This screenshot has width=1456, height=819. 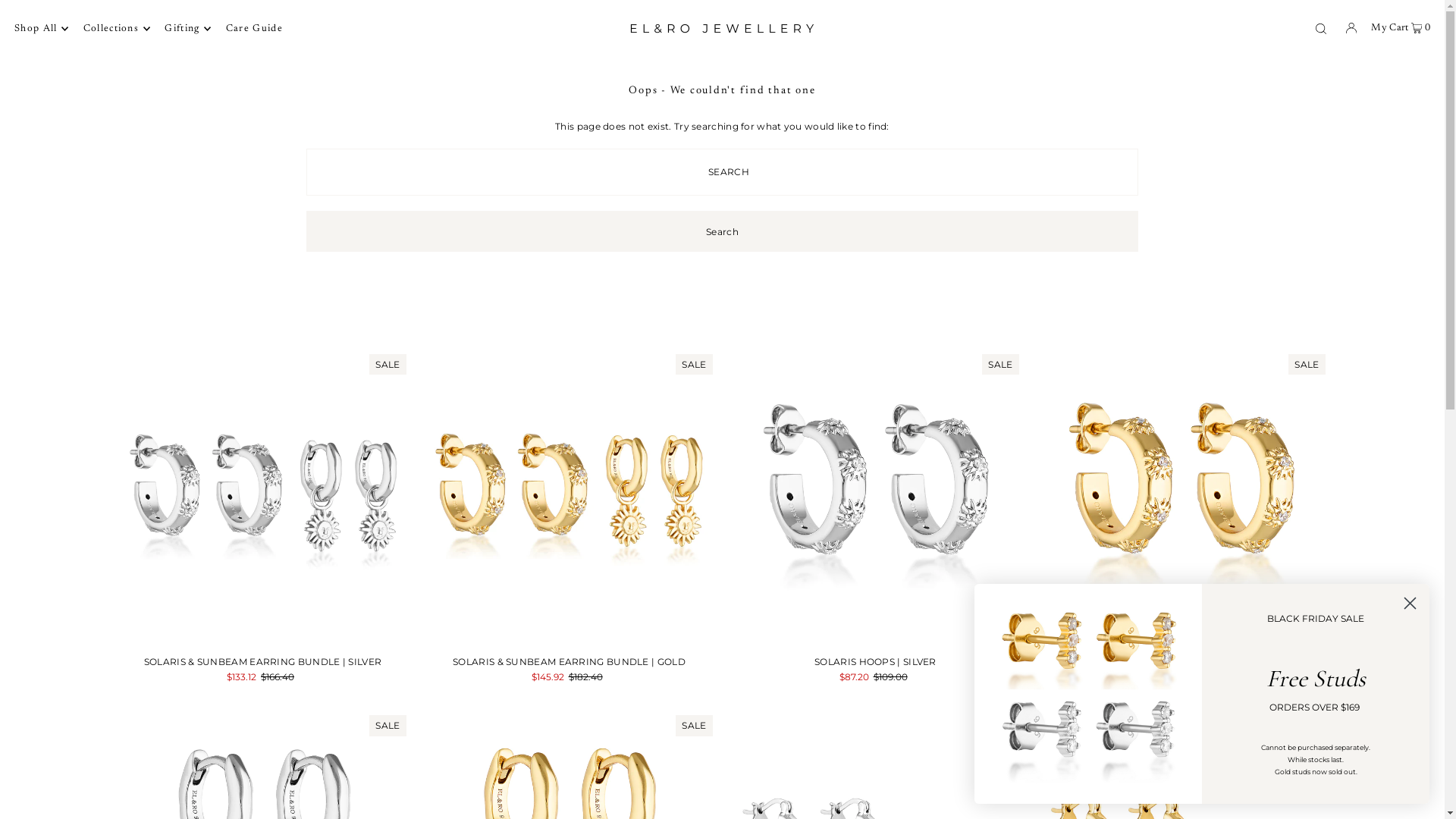 I want to click on 'Shop All', so click(x=41, y=28).